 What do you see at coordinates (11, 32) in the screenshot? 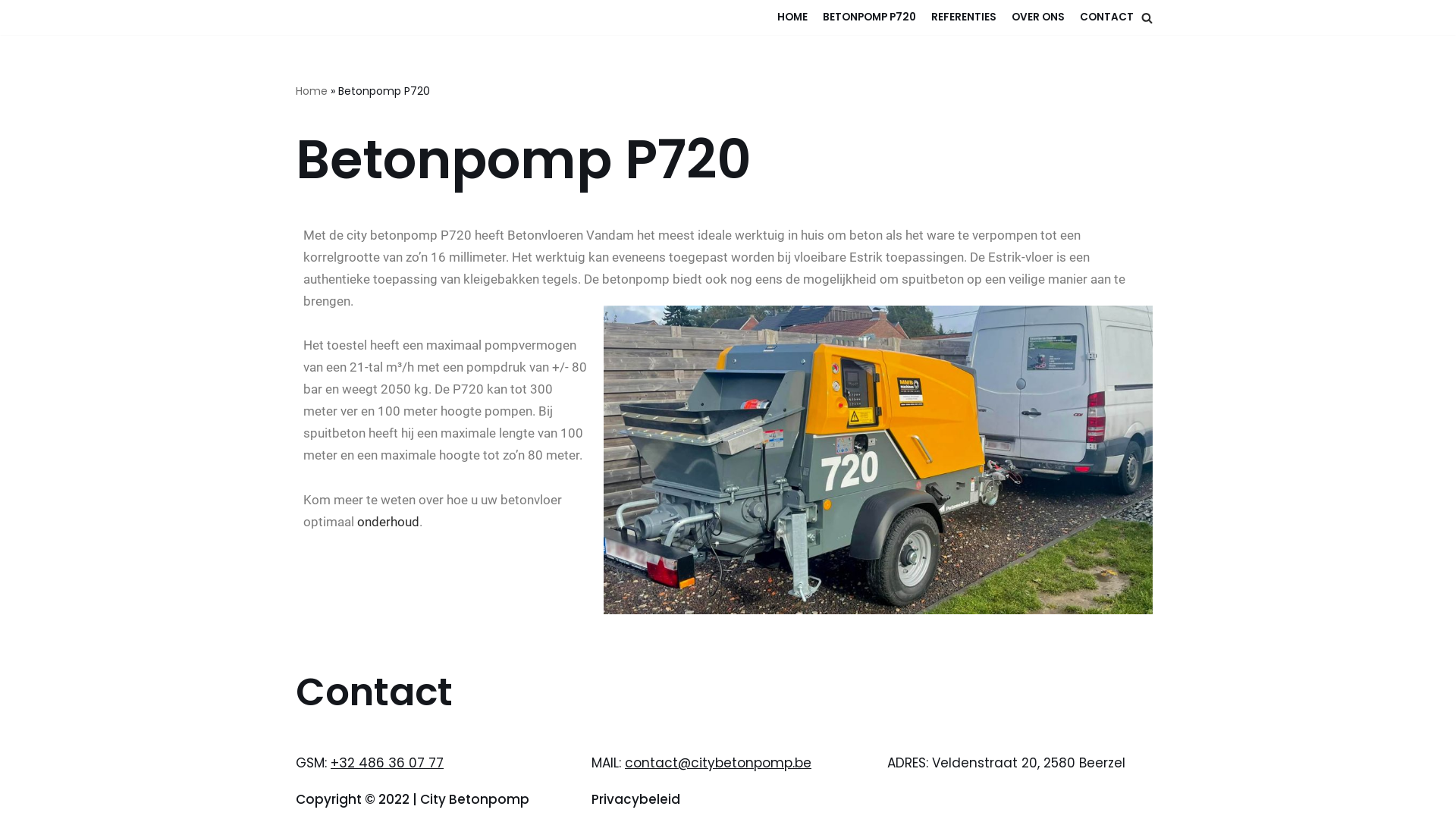
I see `'Meteen naar de inhoud'` at bounding box center [11, 32].